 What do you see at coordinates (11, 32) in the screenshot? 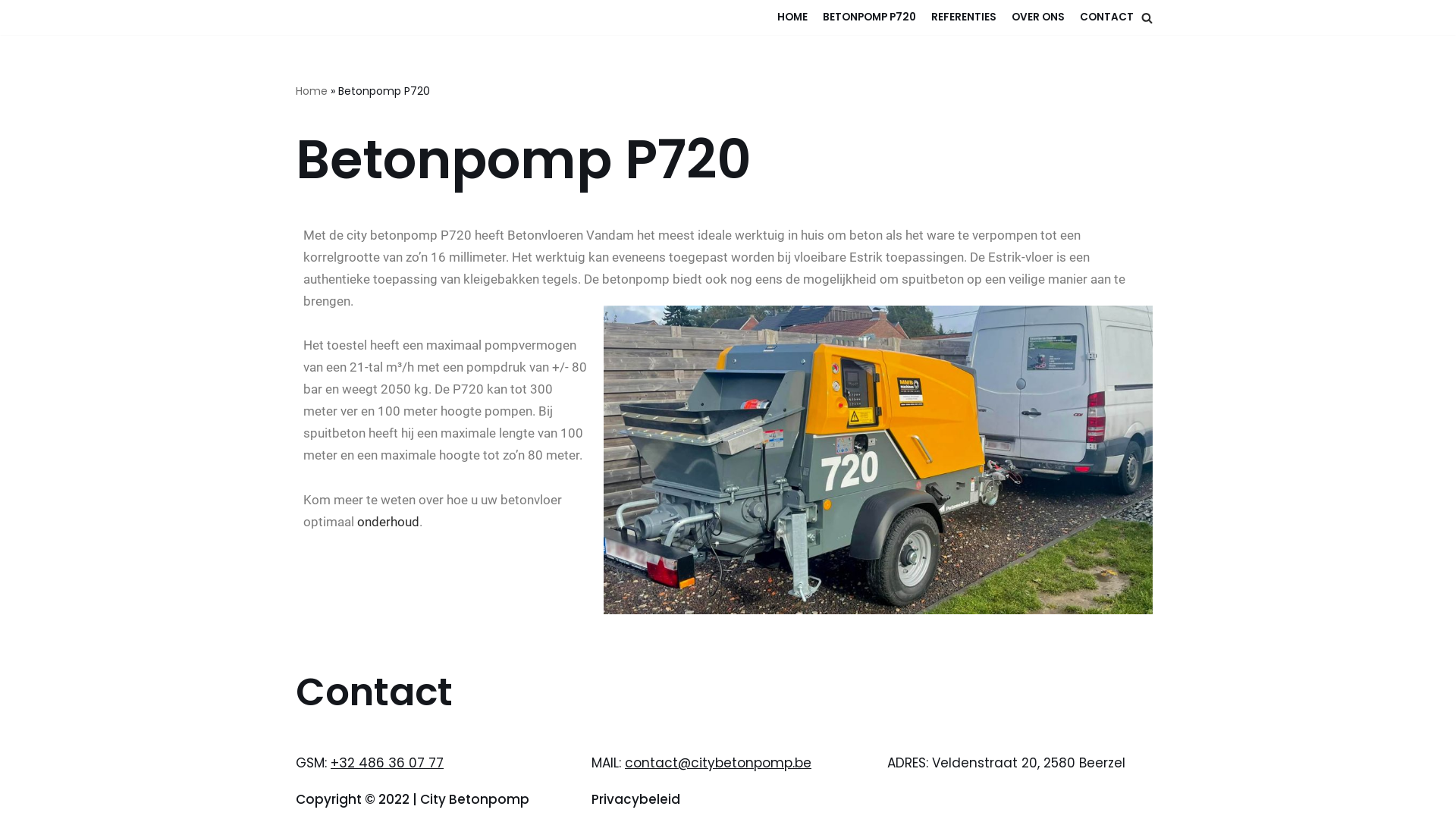
I see `'Meteen naar de inhoud'` at bounding box center [11, 32].